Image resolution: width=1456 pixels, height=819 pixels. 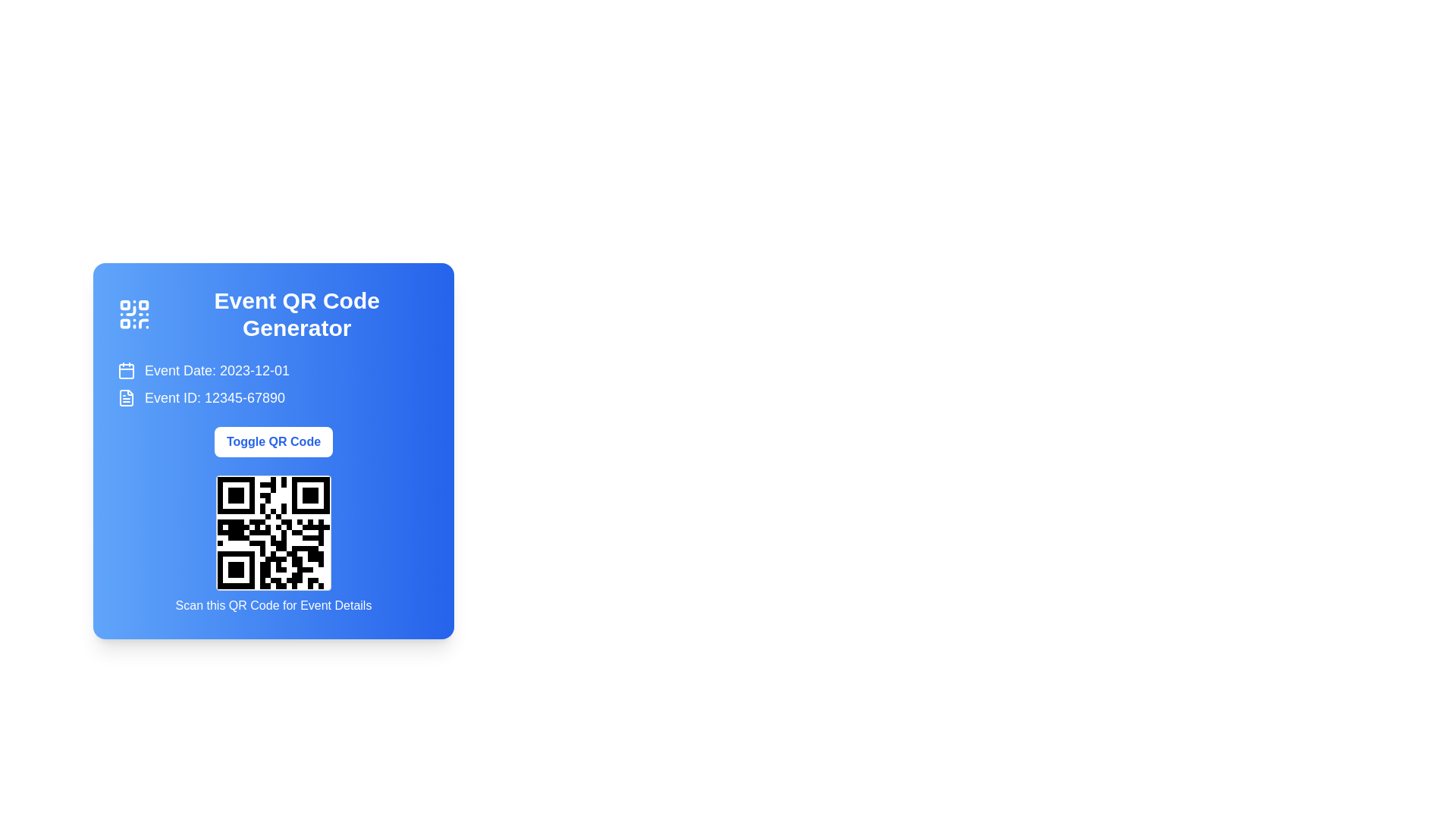 What do you see at coordinates (125, 305) in the screenshot?
I see `the small square with rounded corners that is the first element in the top-left corner of the QR code icon` at bounding box center [125, 305].